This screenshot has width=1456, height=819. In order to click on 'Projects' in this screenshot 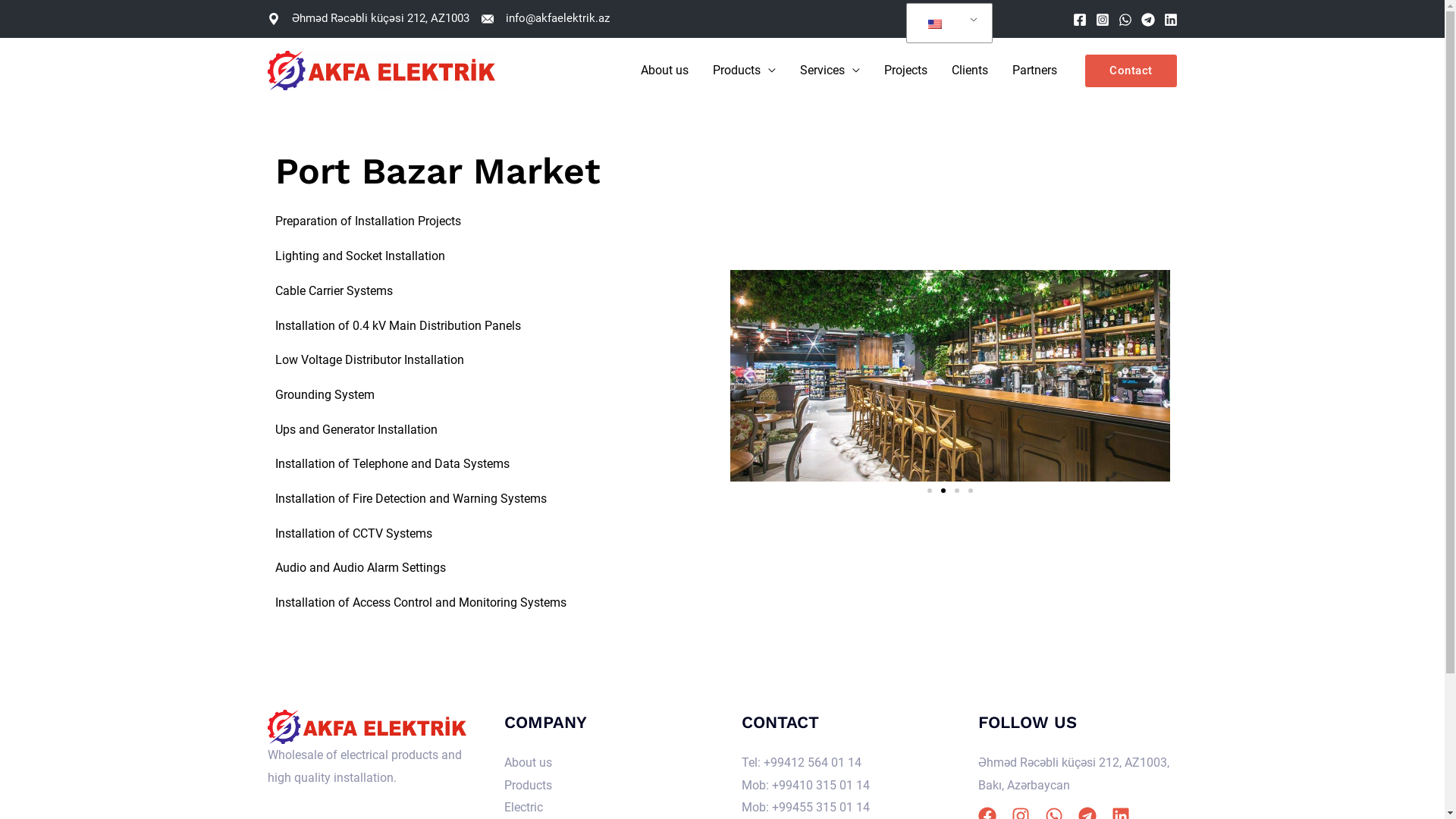, I will do `click(905, 70)`.